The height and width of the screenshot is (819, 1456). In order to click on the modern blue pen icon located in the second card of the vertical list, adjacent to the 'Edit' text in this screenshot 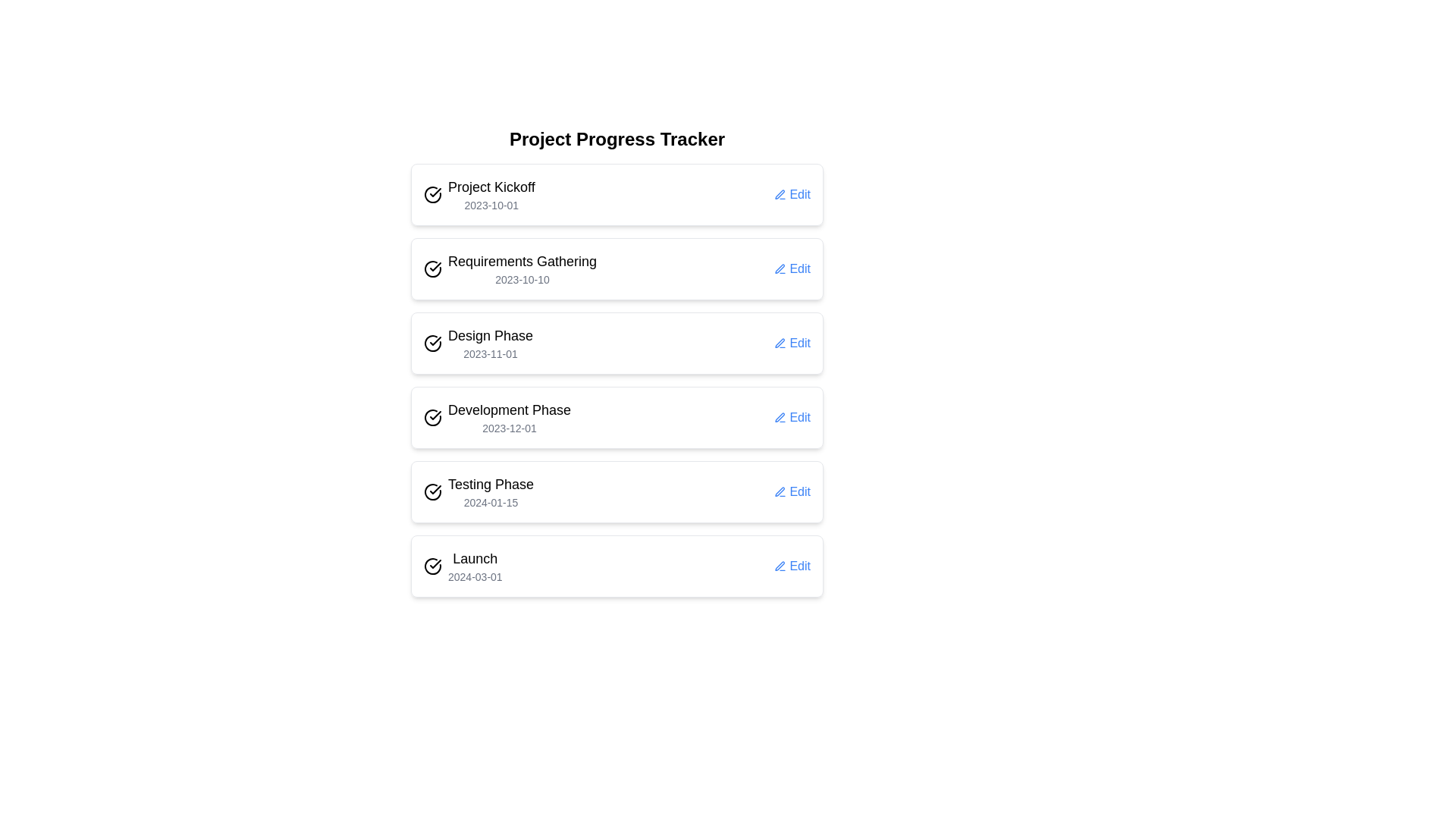, I will do `click(780, 268)`.